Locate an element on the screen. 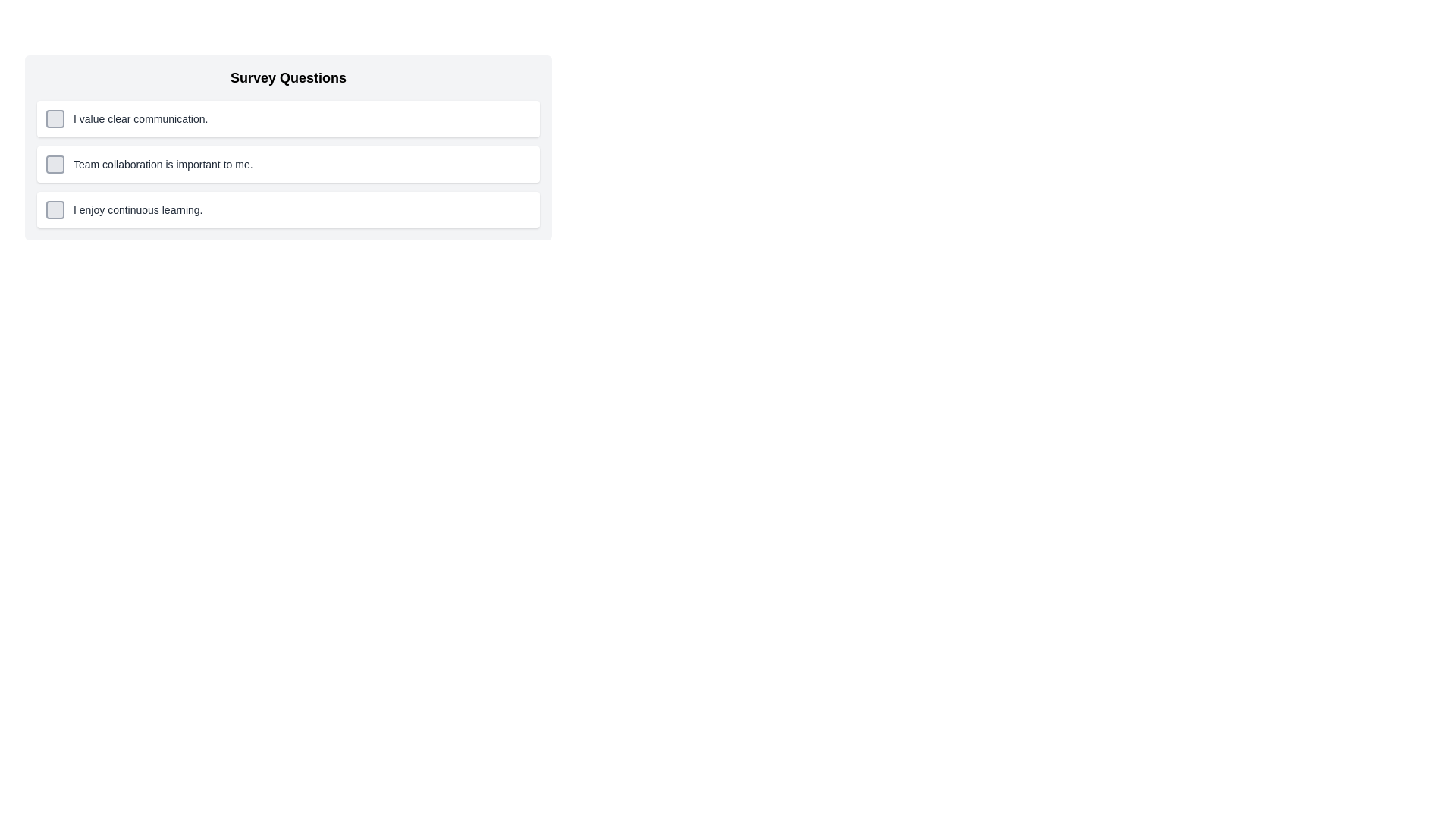  the checkbox labeled as the first item in the vertically stacked list of survey options is located at coordinates (288, 118).